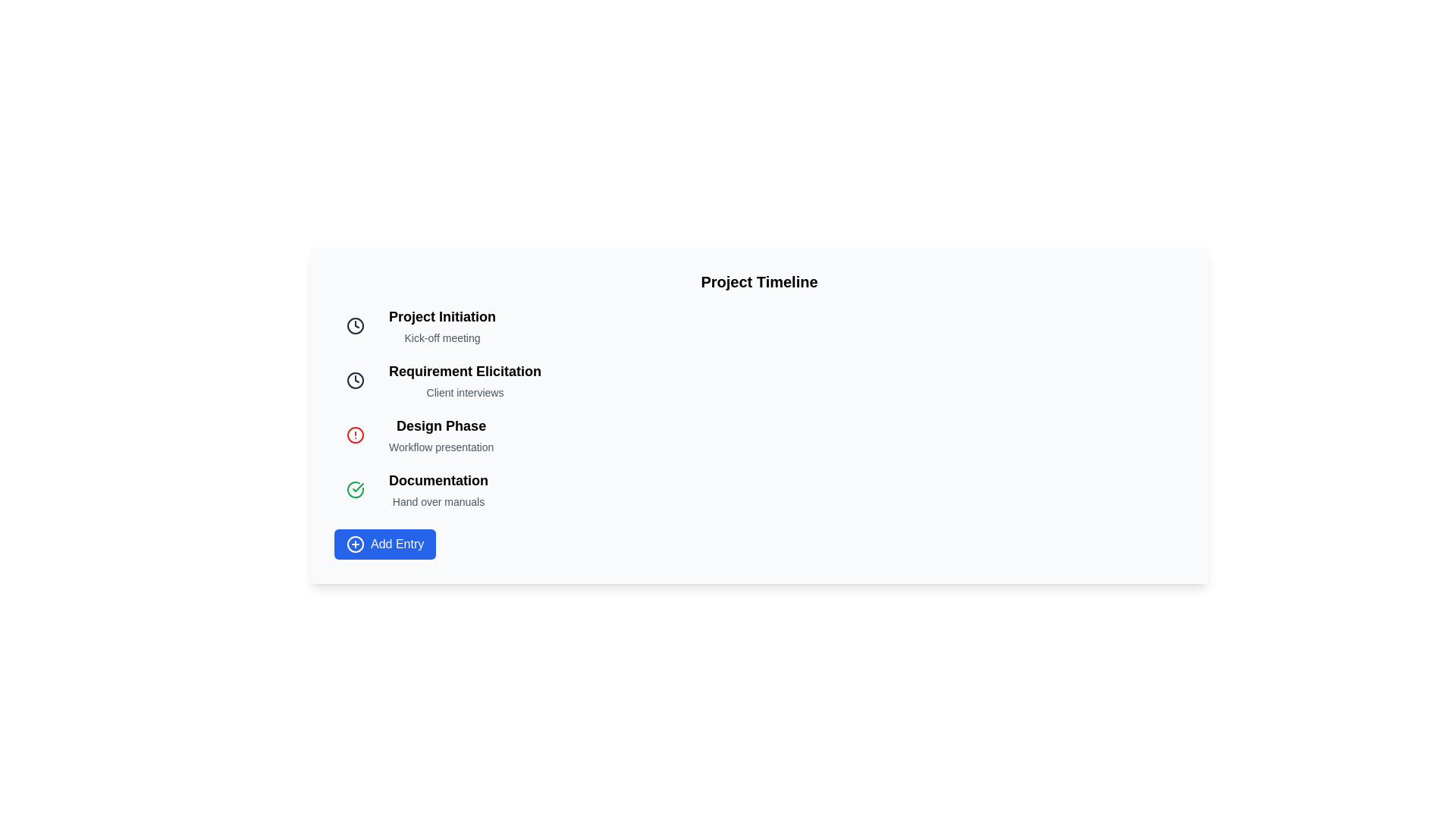 This screenshot has height=819, width=1456. I want to click on the time-related icon for the 'Project Initiation' milestone, located at the top of the list of milestones, preceding its text label, so click(355, 325).